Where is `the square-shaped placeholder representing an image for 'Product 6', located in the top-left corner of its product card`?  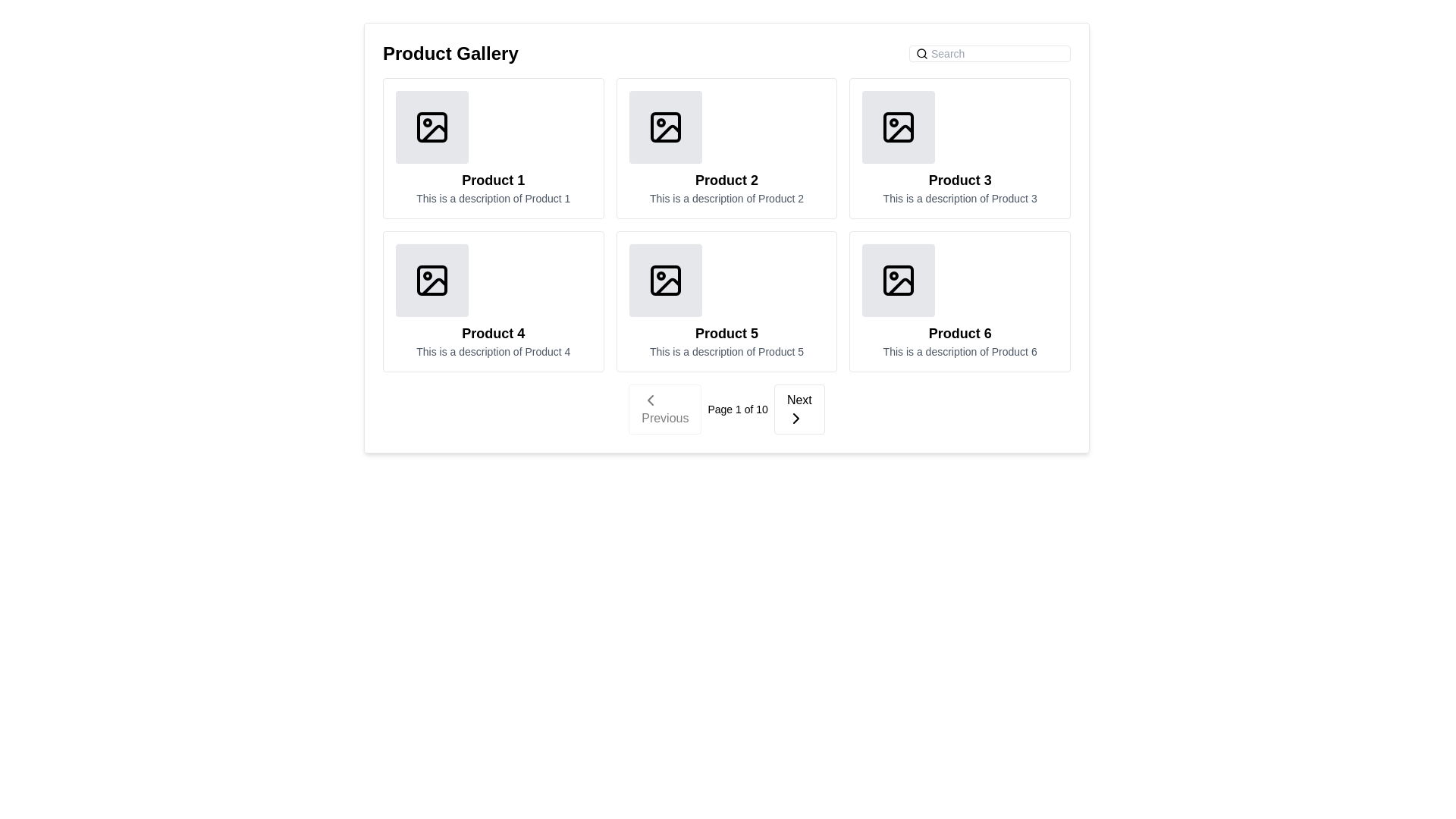 the square-shaped placeholder representing an image for 'Product 6', located in the top-left corner of its product card is located at coordinates (899, 281).